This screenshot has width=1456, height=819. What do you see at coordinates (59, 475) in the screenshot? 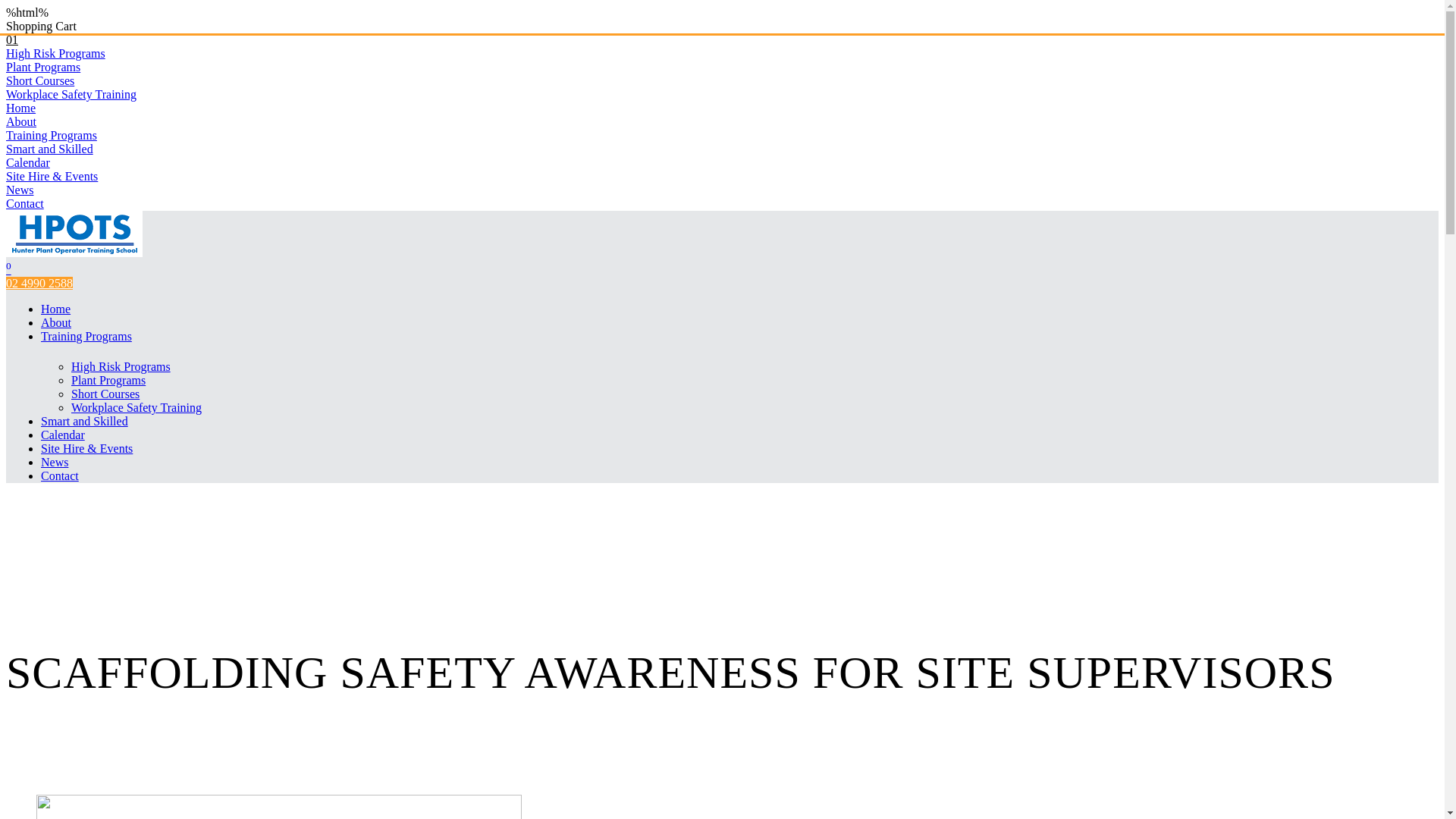
I see `'Contact'` at bounding box center [59, 475].